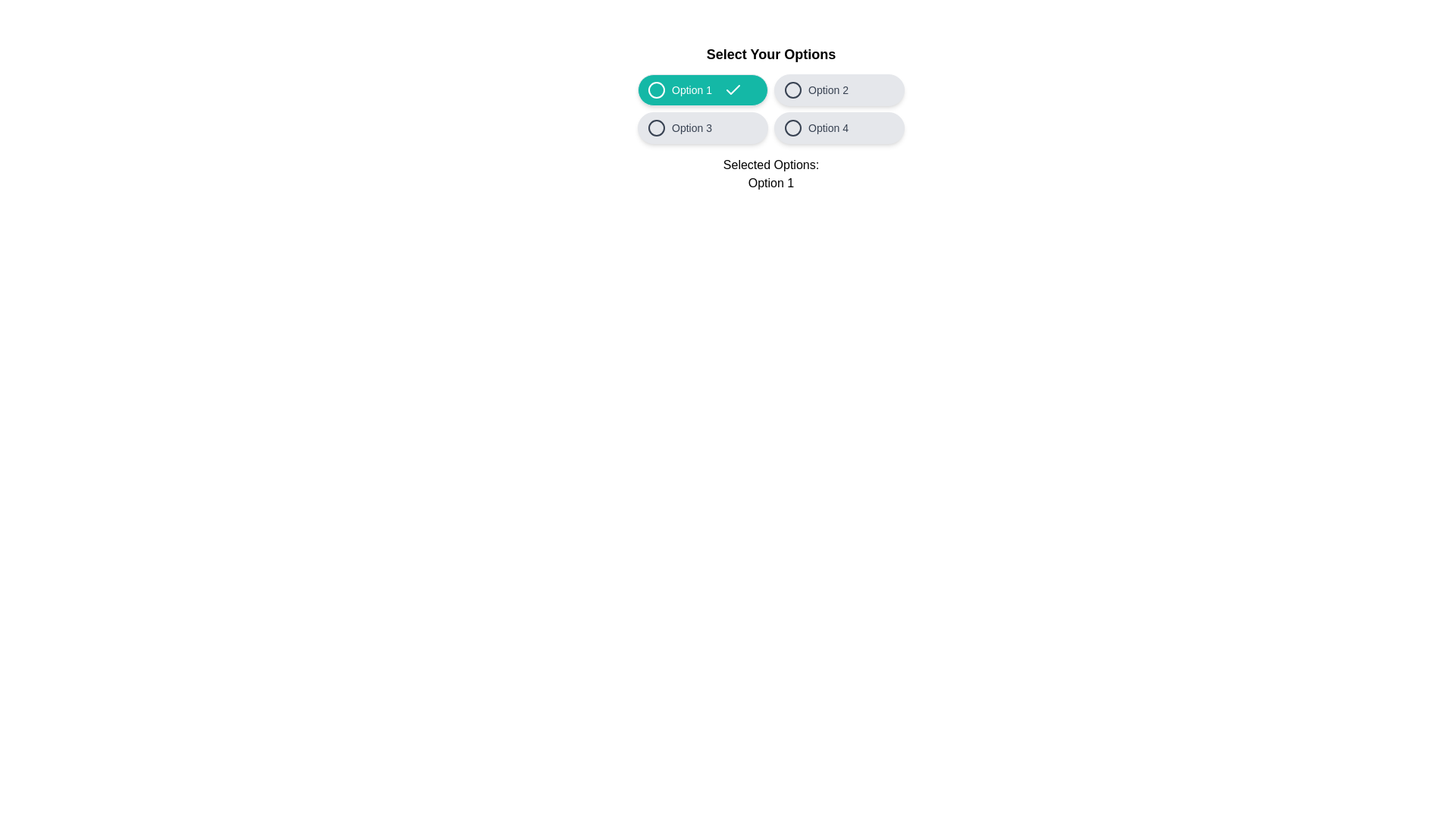 The image size is (1456, 819). I want to click on the option Option 3 by clicking its button, so click(701, 127).